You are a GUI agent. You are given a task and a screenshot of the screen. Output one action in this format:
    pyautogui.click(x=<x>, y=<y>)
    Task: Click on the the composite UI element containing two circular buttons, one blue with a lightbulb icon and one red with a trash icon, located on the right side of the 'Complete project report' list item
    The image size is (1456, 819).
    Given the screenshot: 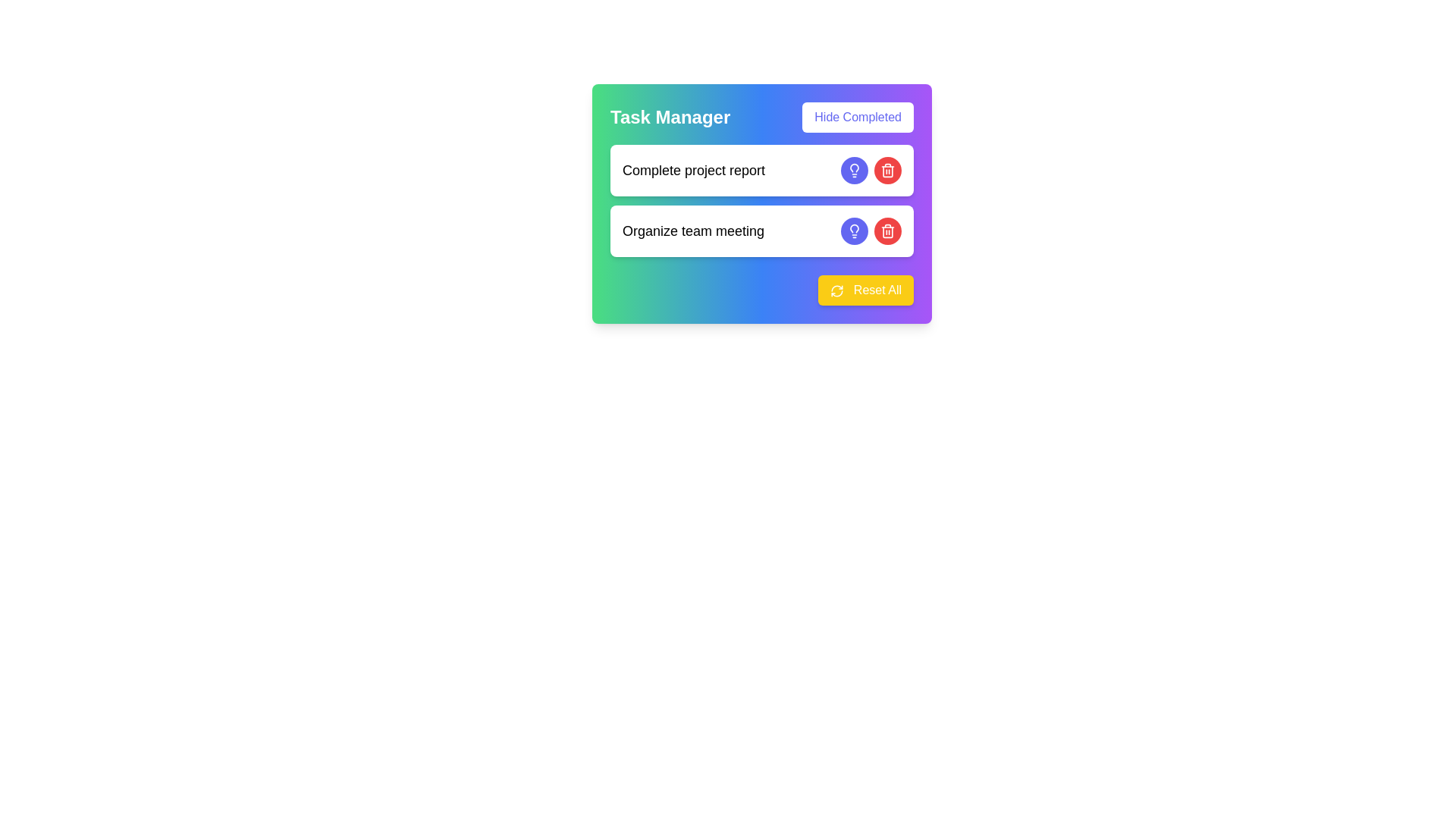 What is the action you would take?
    pyautogui.click(x=871, y=170)
    